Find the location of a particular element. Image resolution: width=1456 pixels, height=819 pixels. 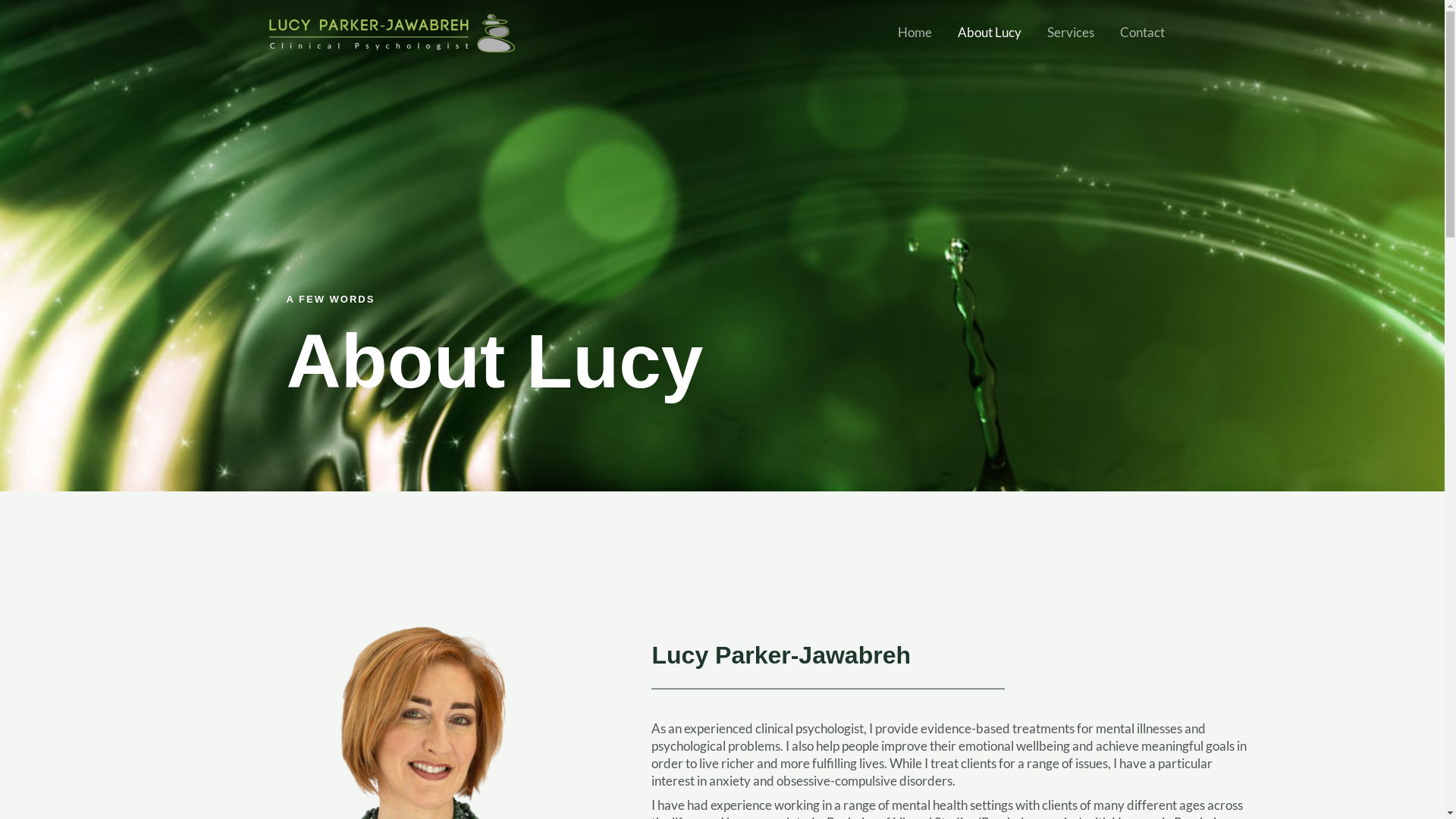

'Services' is located at coordinates (1069, 32).